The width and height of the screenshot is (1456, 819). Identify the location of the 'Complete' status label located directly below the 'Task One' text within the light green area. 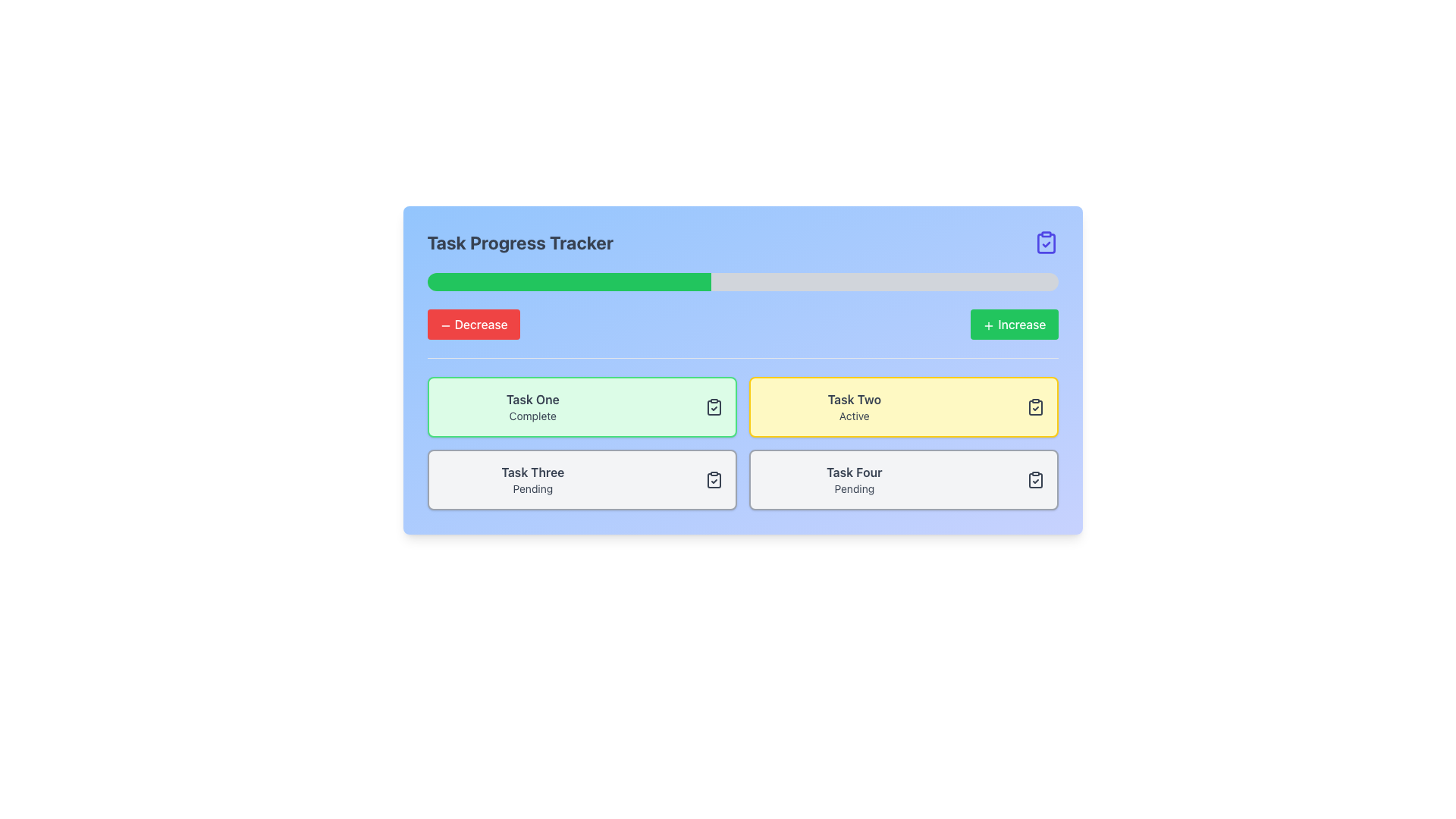
(532, 416).